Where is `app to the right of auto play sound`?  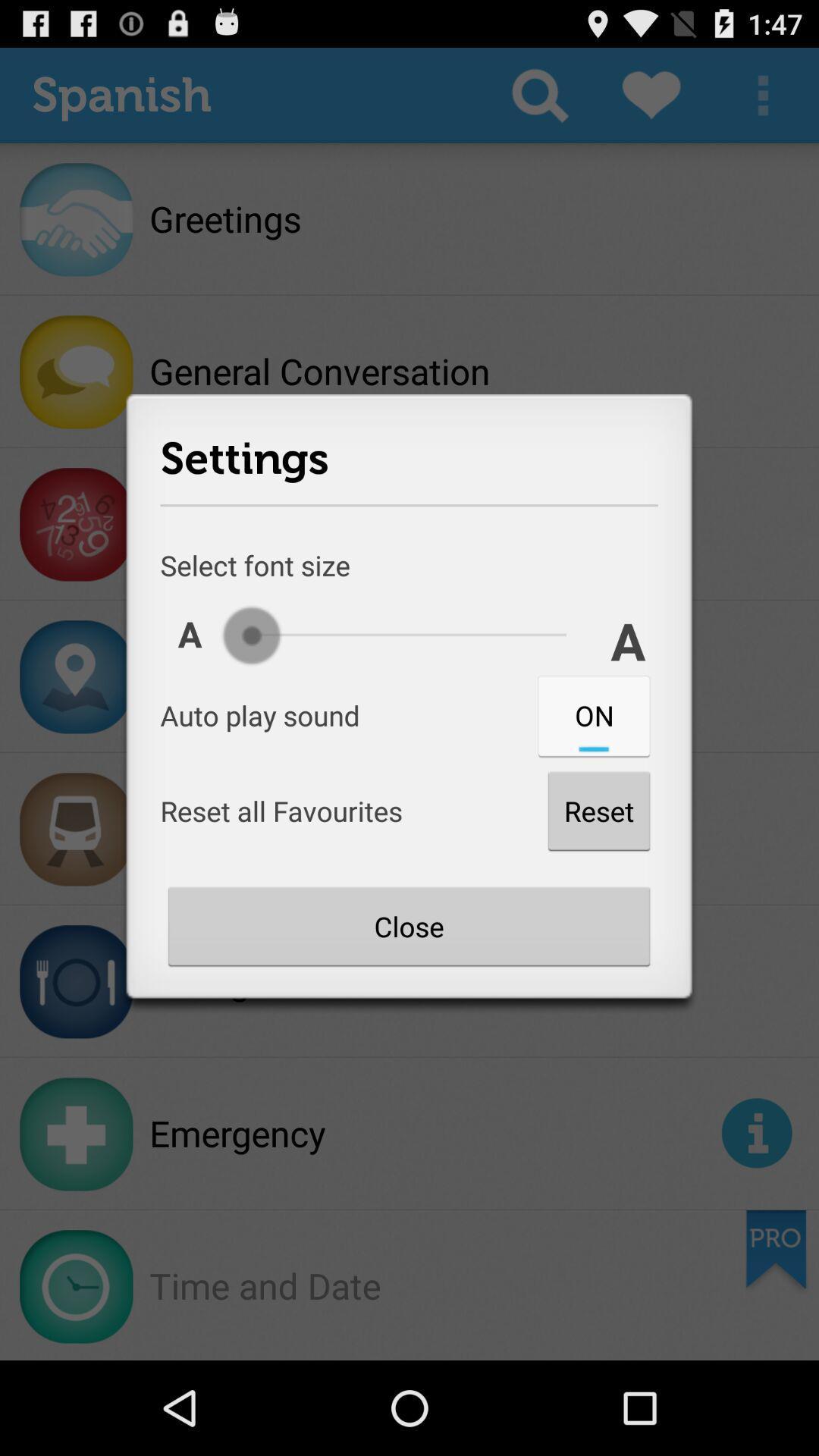
app to the right of auto play sound is located at coordinates (593, 714).